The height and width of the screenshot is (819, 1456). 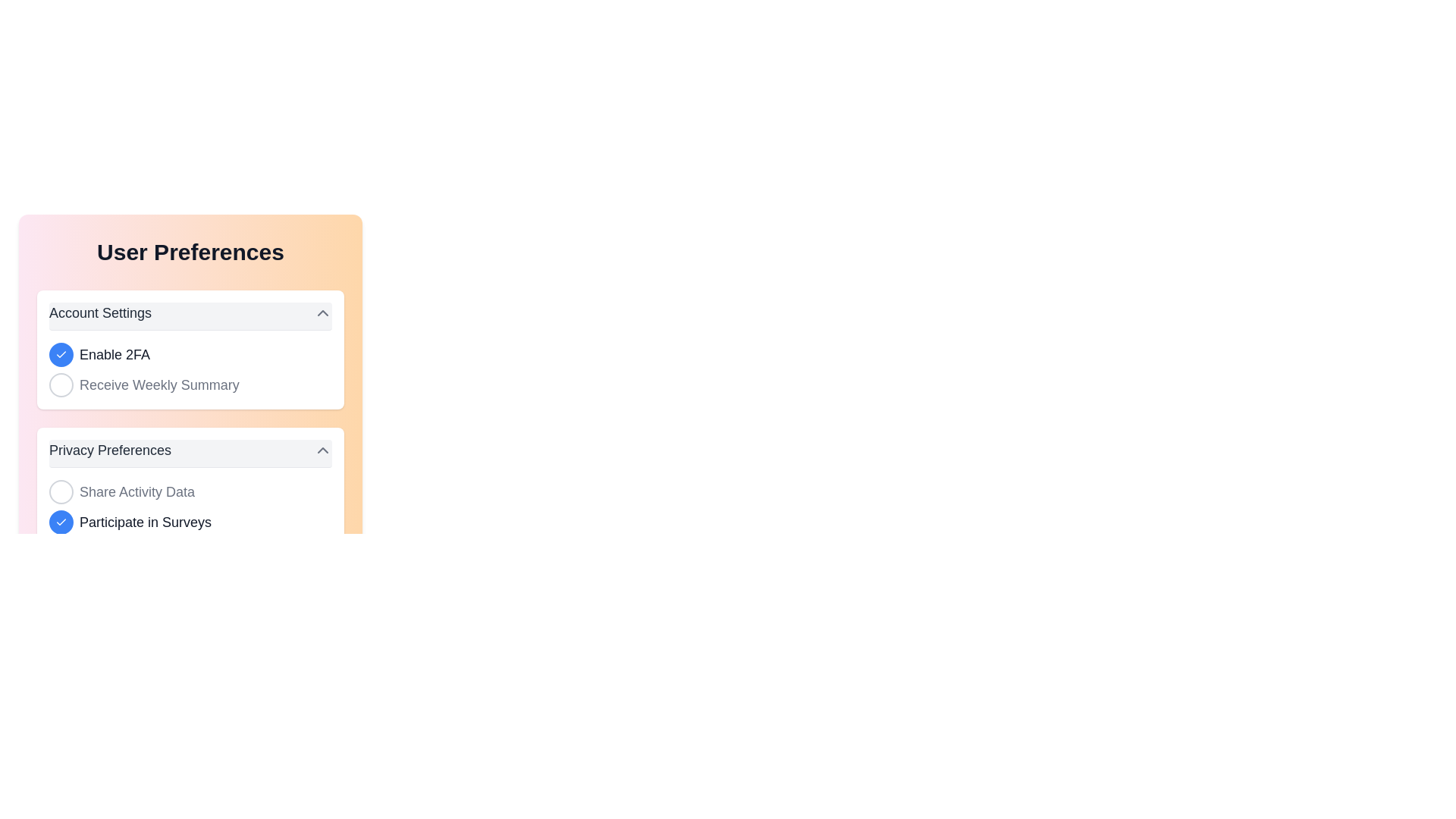 I want to click on the text label that displays 'Participate in Surveys', which is styled in medium font weight and dark gray color, located in the 'Privacy Preferences' section next to a circular checkbox, so click(x=146, y=522).